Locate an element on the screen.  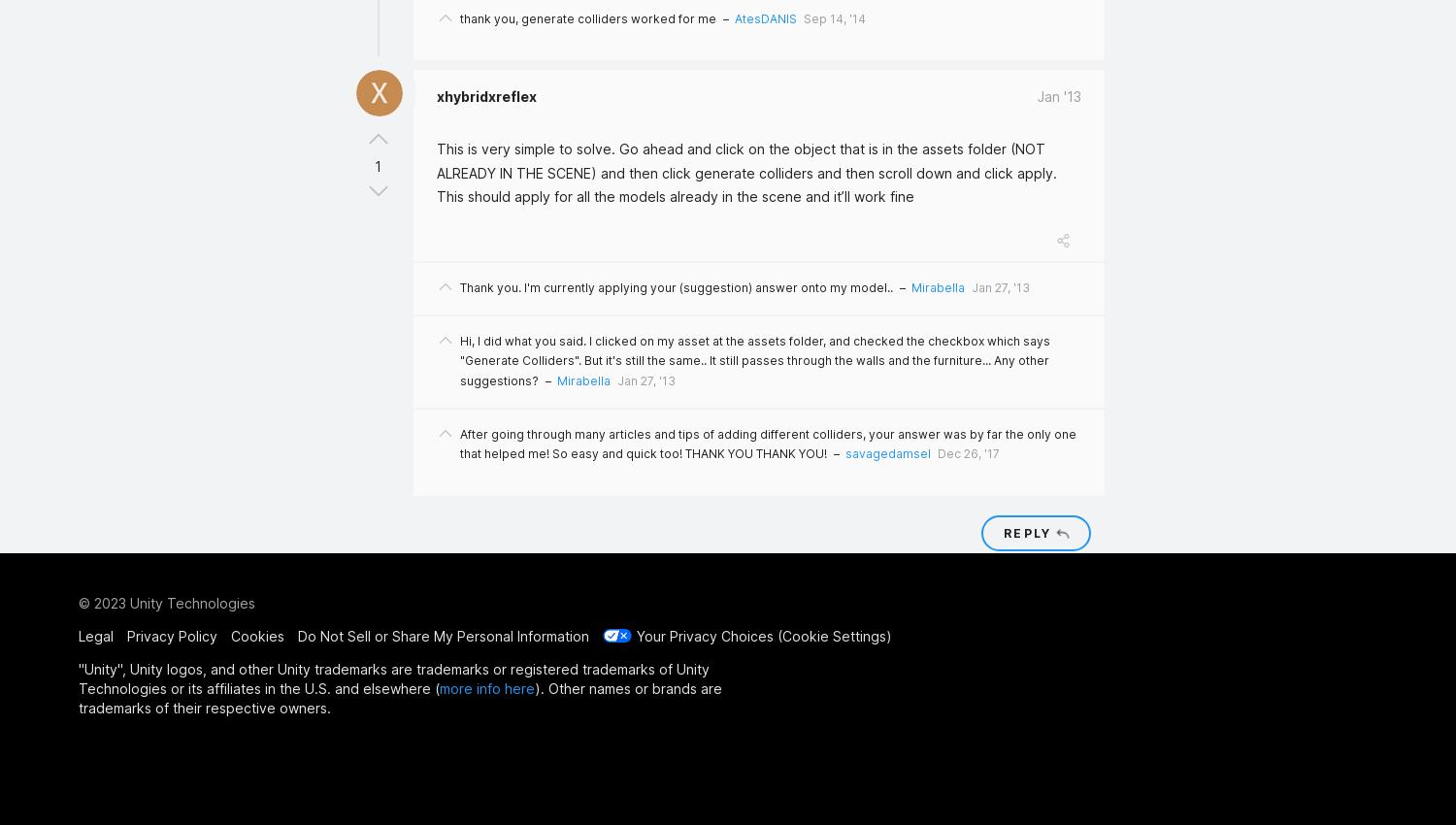
'thank you, generate colliders worked for me' is located at coordinates (587, 16).